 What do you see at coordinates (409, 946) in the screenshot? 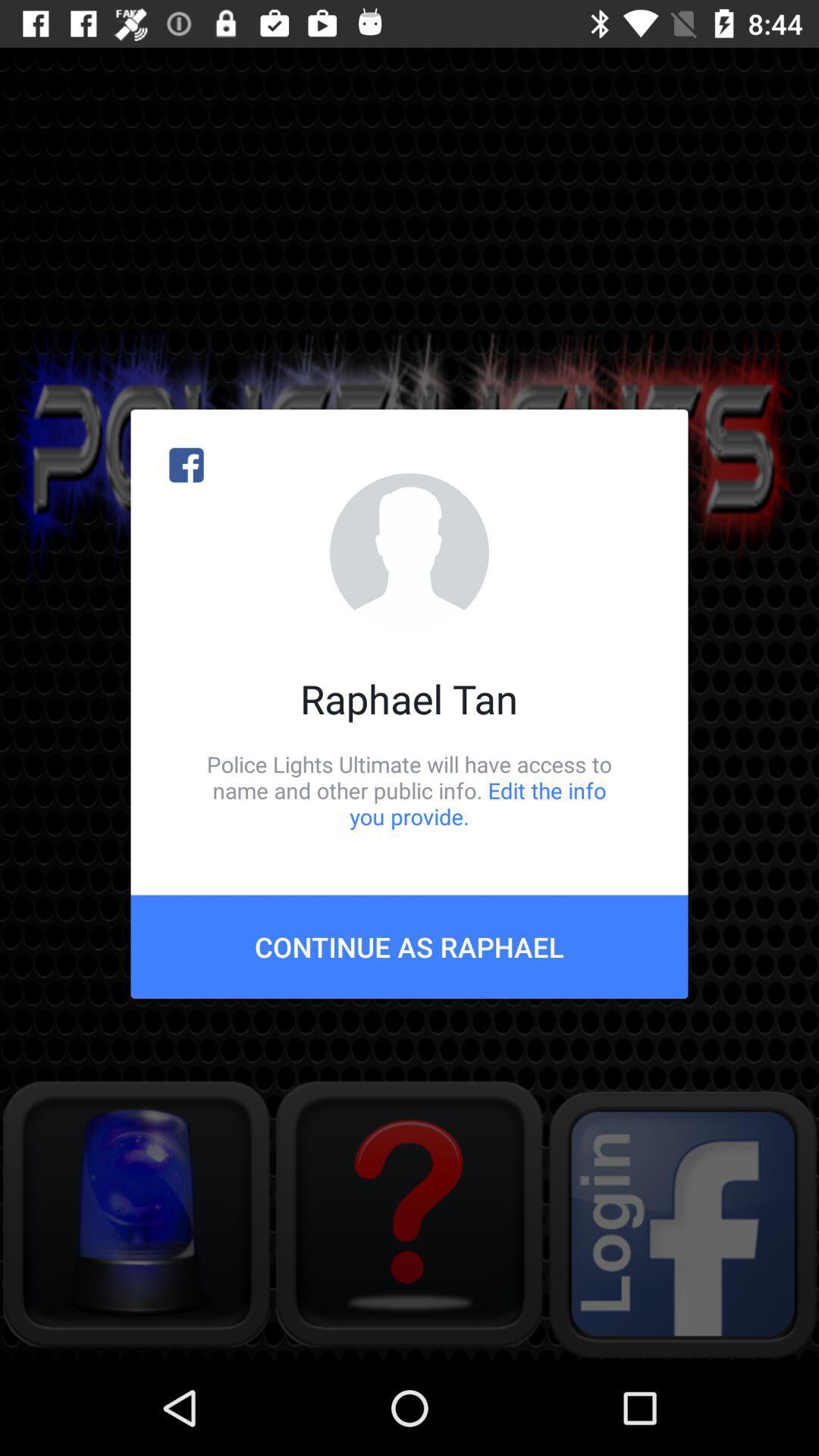
I see `the continue as raphael icon` at bounding box center [409, 946].